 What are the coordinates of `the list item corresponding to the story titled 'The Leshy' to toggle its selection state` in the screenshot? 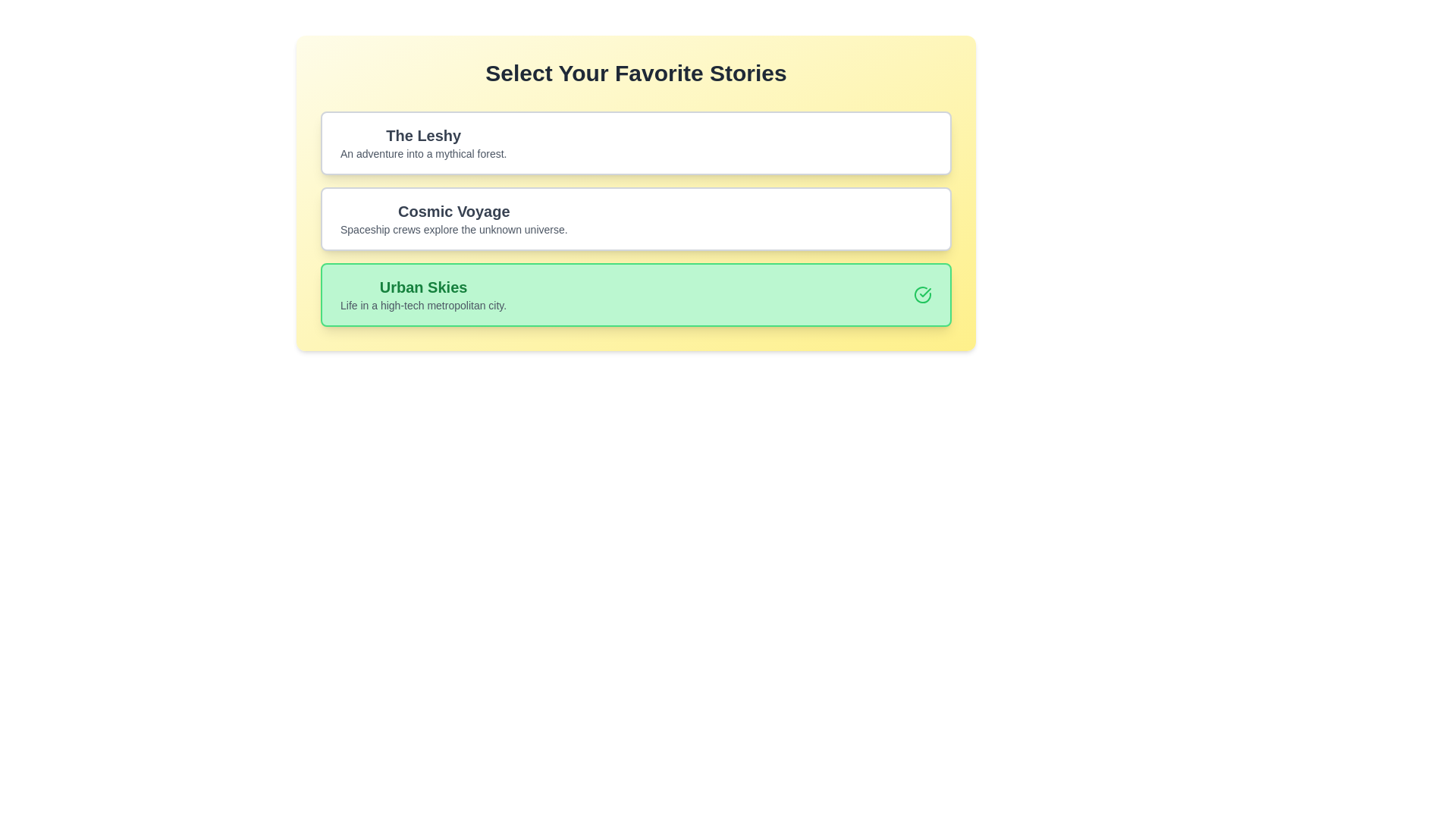 It's located at (636, 143).